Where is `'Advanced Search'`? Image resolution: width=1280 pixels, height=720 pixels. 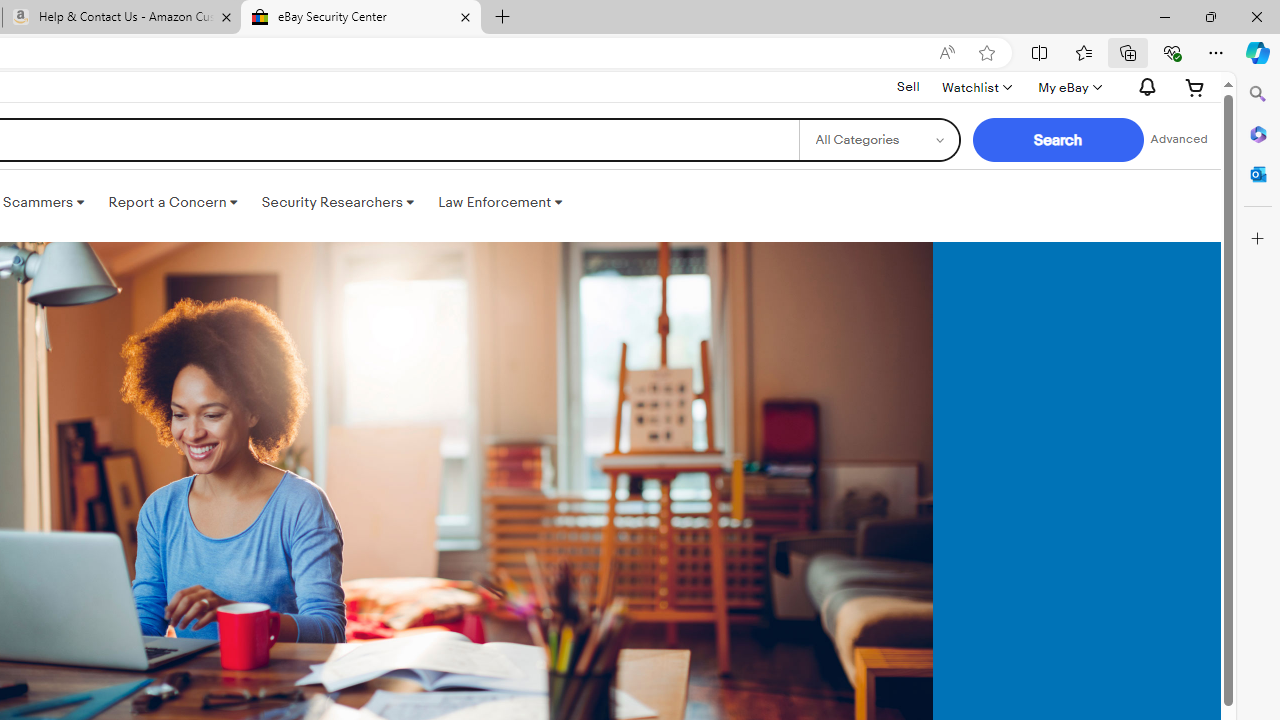 'Advanced Search' is located at coordinates (1179, 139).